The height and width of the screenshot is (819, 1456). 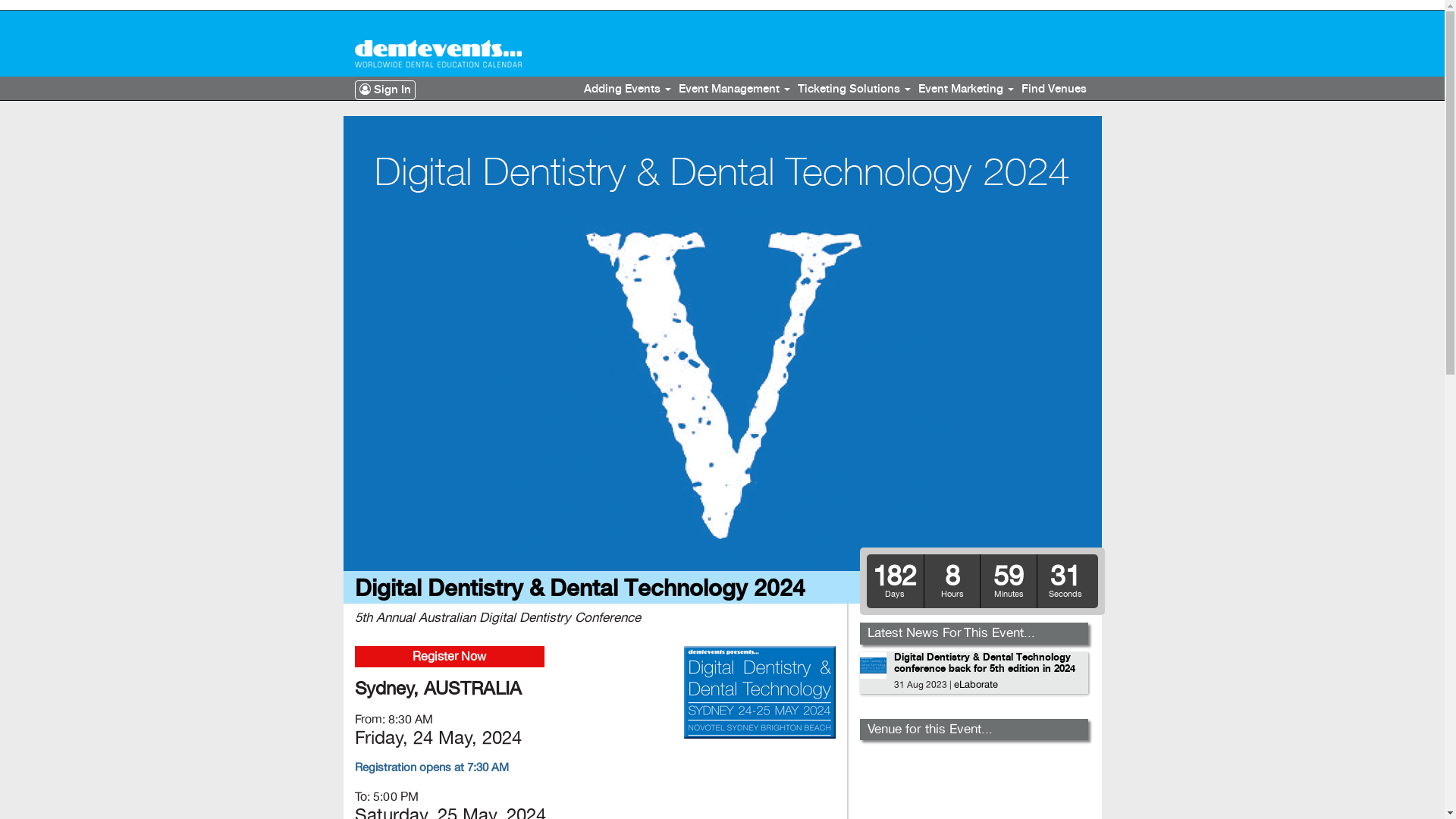 I want to click on 'Find Venues', so click(x=1053, y=89).